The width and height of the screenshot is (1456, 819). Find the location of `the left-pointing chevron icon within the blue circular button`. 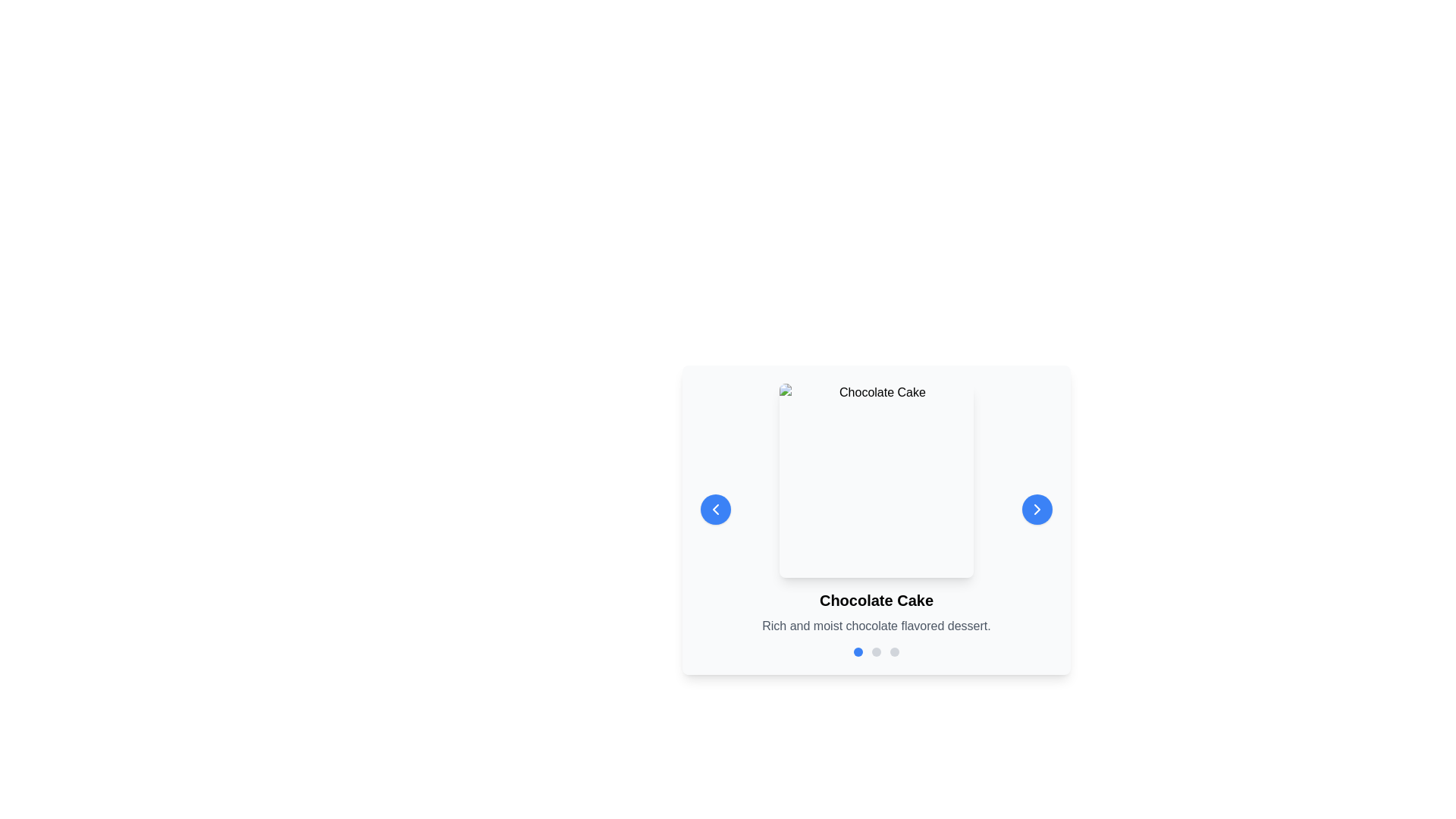

the left-pointing chevron icon within the blue circular button is located at coordinates (715, 509).